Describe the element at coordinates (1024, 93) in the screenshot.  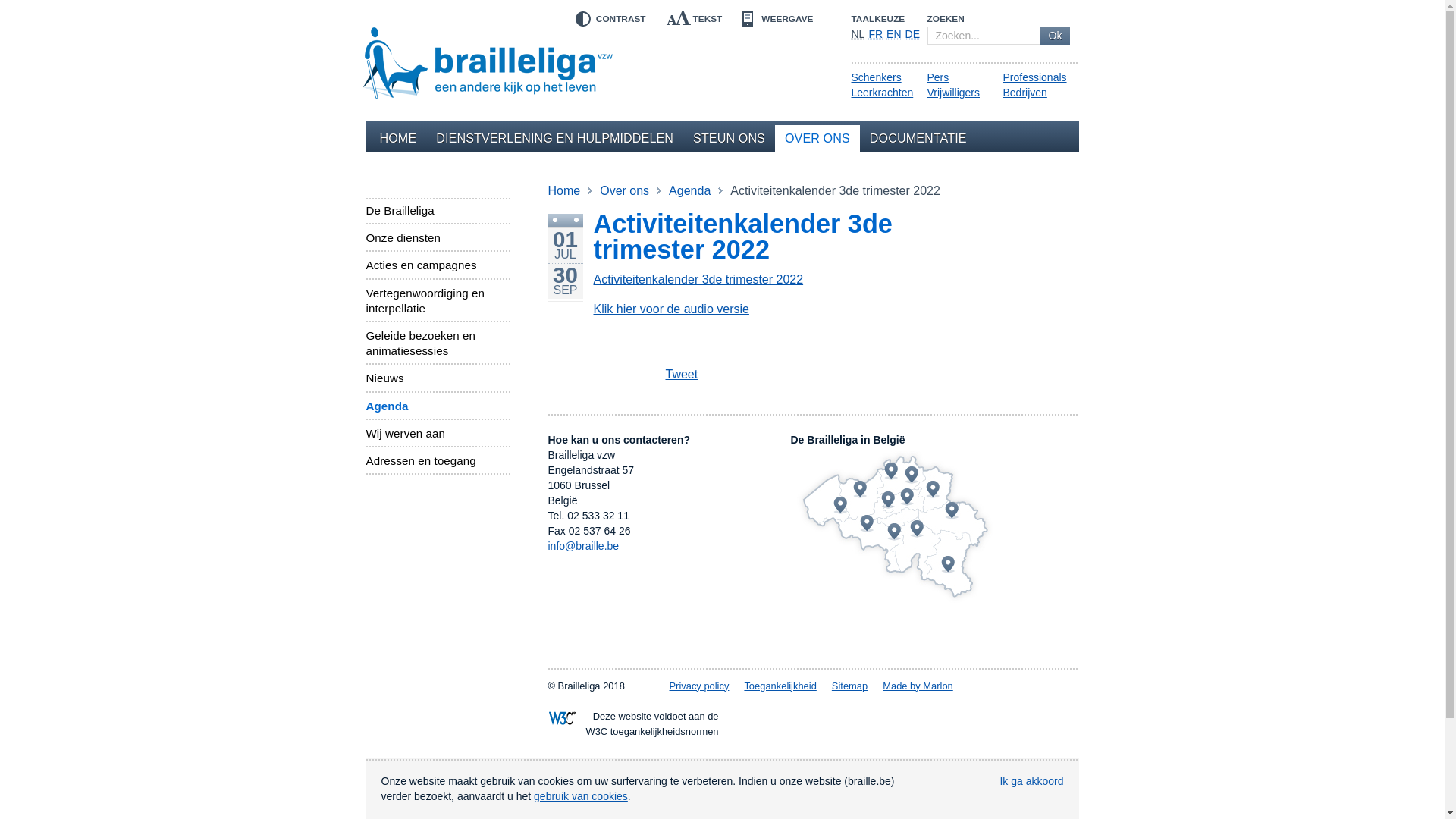
I see `'Bedrijven'` at that location.